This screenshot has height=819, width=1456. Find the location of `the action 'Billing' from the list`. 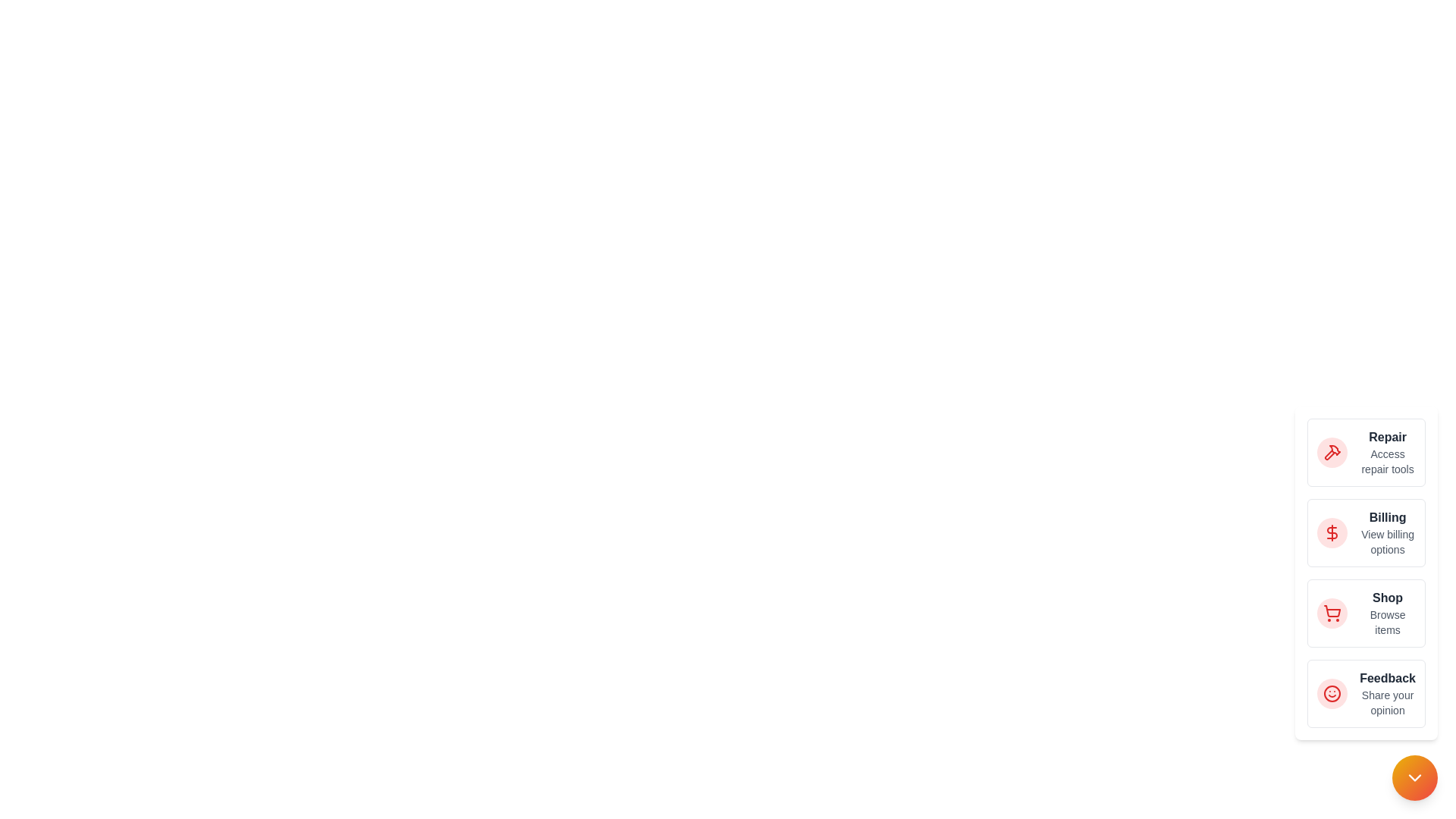

the action 'Billing' from the list is located at coordinates (1366, 532).